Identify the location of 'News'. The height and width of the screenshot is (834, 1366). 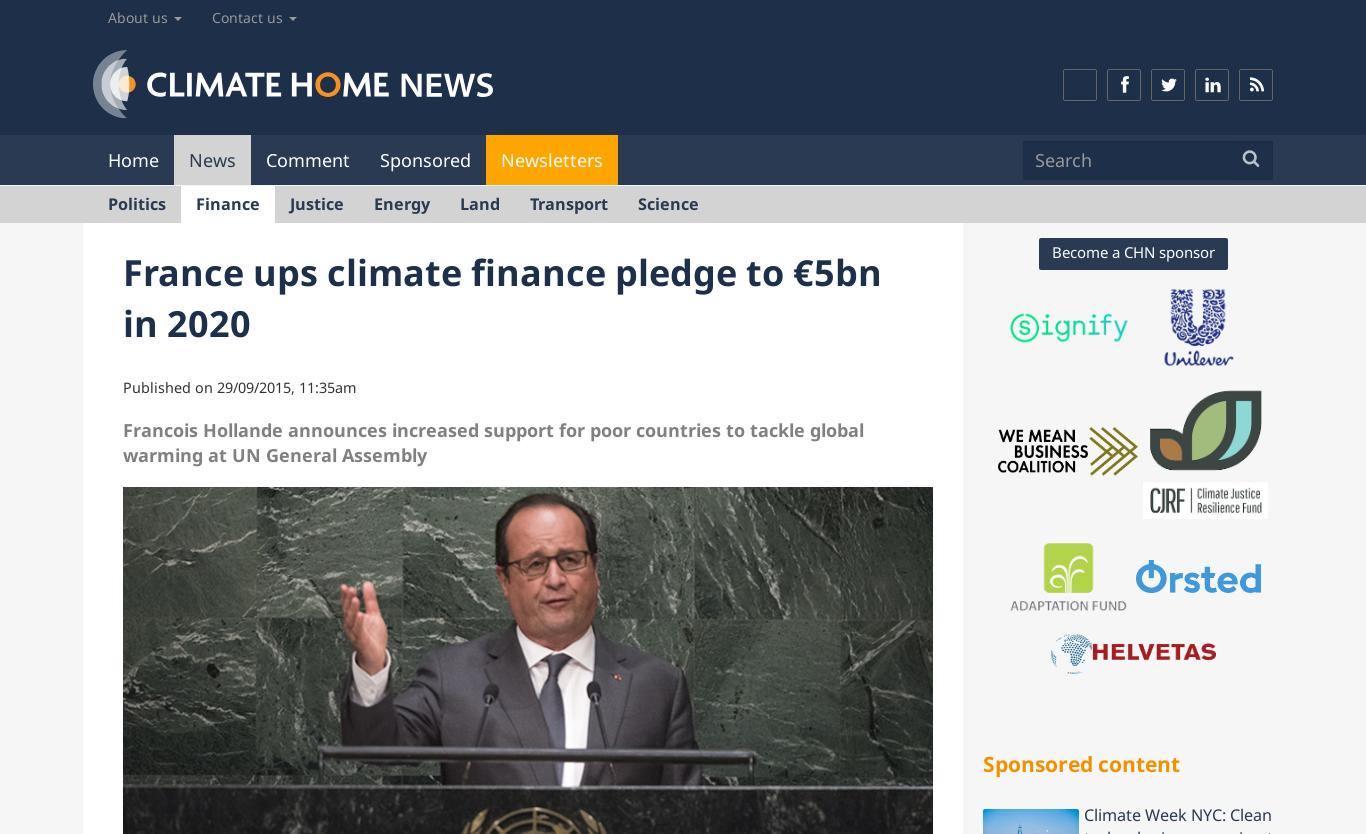
(211, 158).